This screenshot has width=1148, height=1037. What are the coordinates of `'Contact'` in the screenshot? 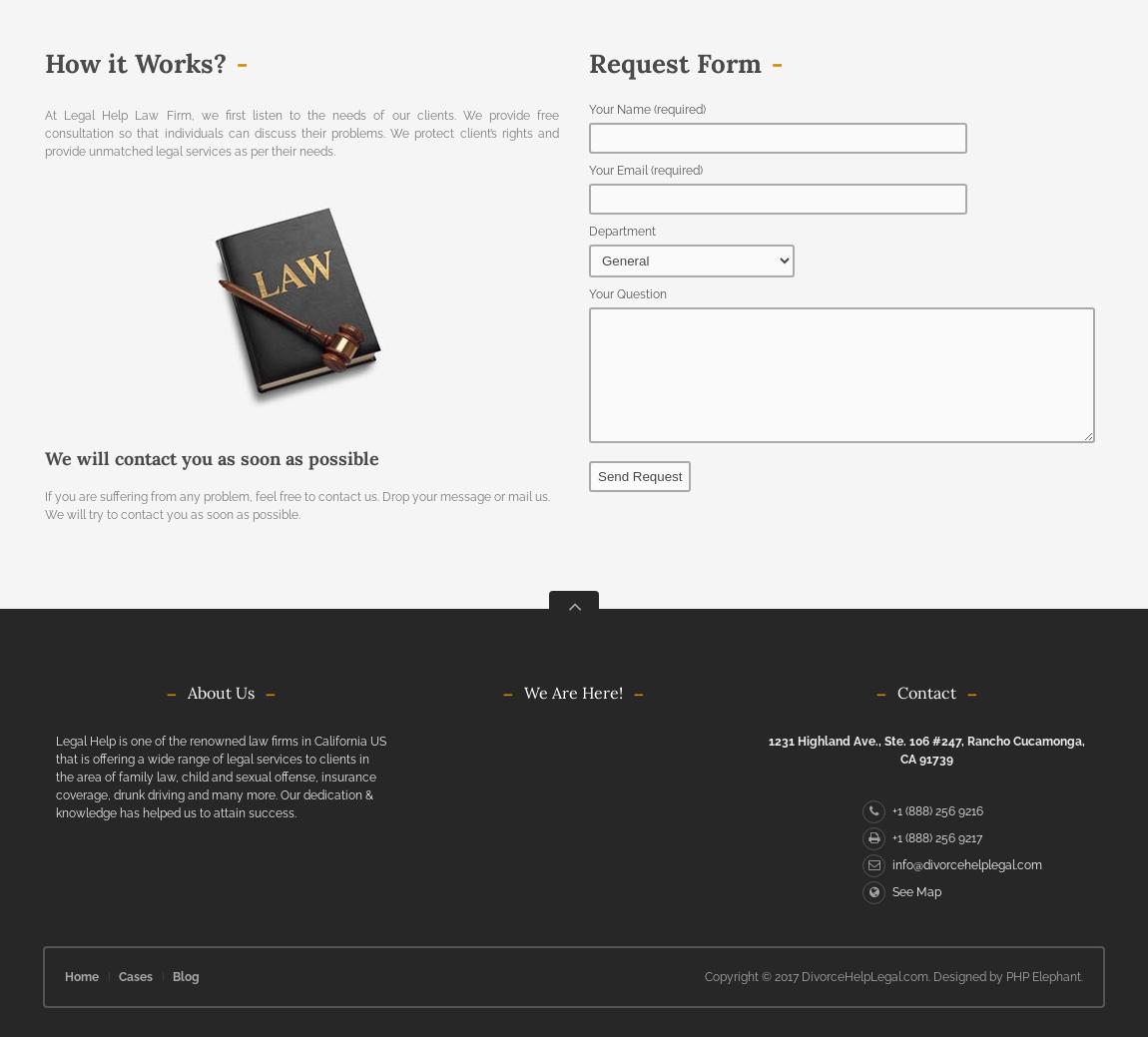 It's located at (925, 691).